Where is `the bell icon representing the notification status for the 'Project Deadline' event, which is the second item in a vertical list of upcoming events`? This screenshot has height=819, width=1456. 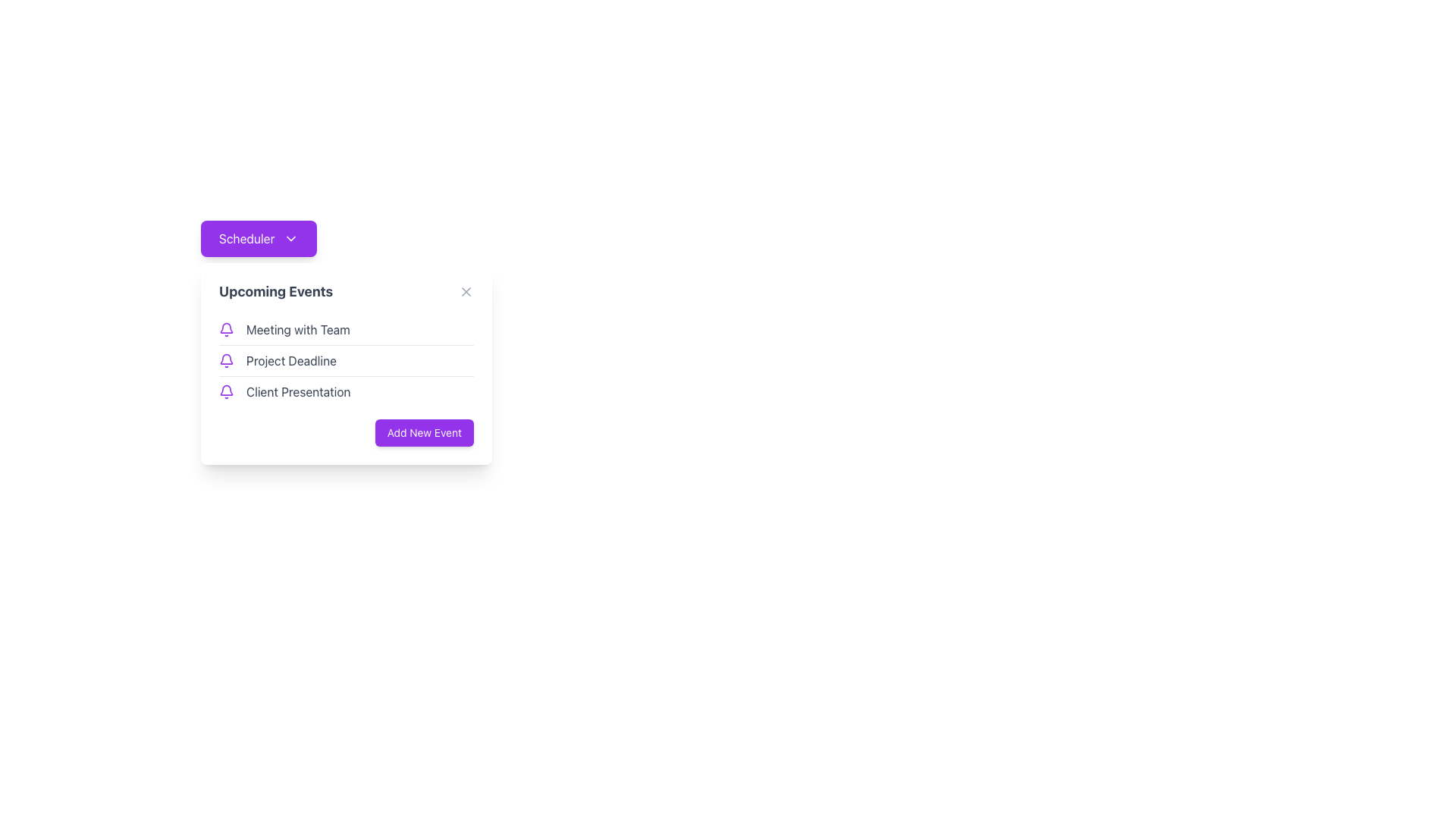 the bell icon representing the notification status for the 'Project Deadline' event, which is the second item in a vertical list of upcoming events is located at coordinates (225, 360).